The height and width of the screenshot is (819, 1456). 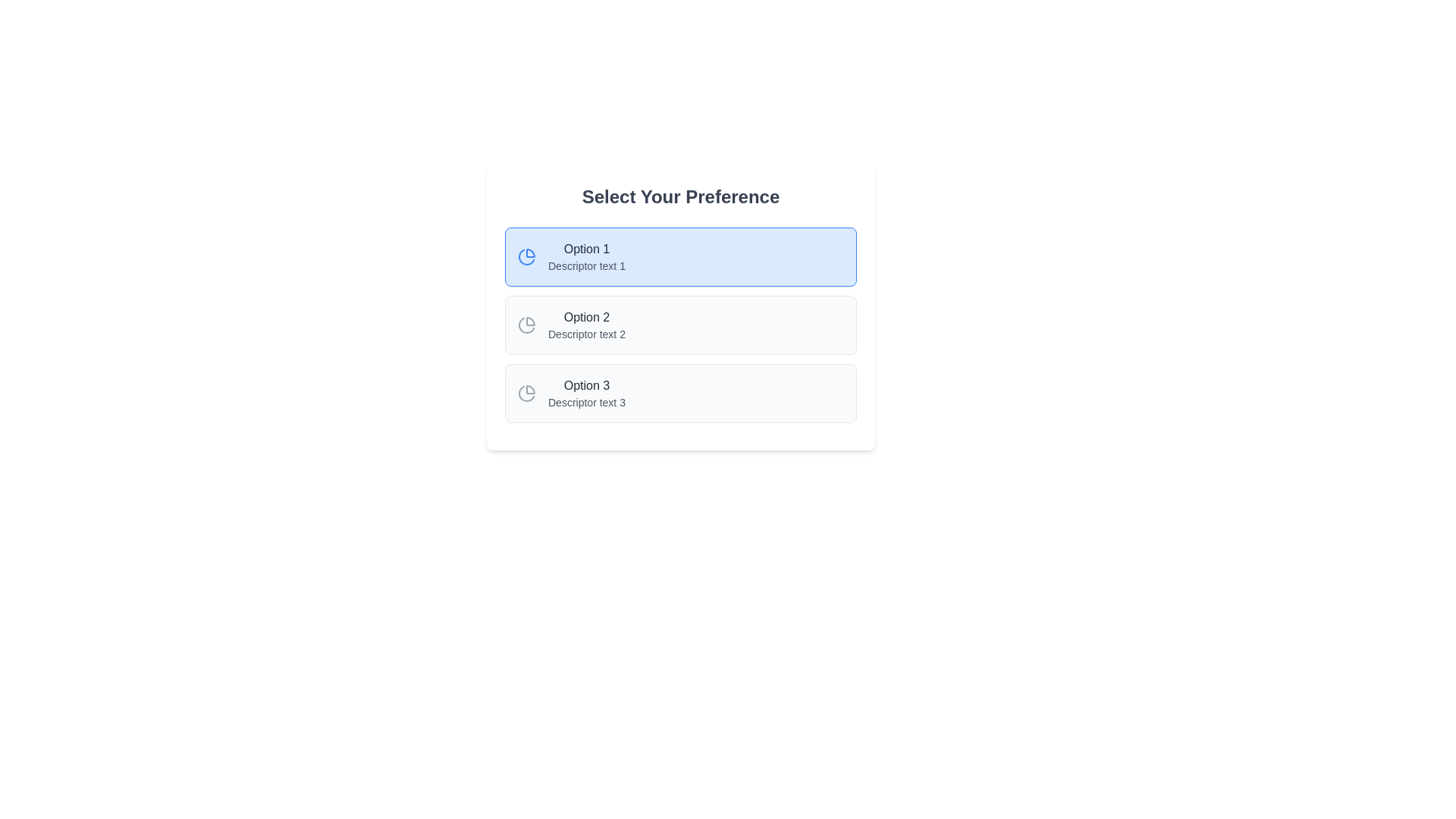 What do you see at coordinates (679, 393) in the screenshot?
I see `the radio button option labeled 'Option 3'` at bounding box center [679, 393].